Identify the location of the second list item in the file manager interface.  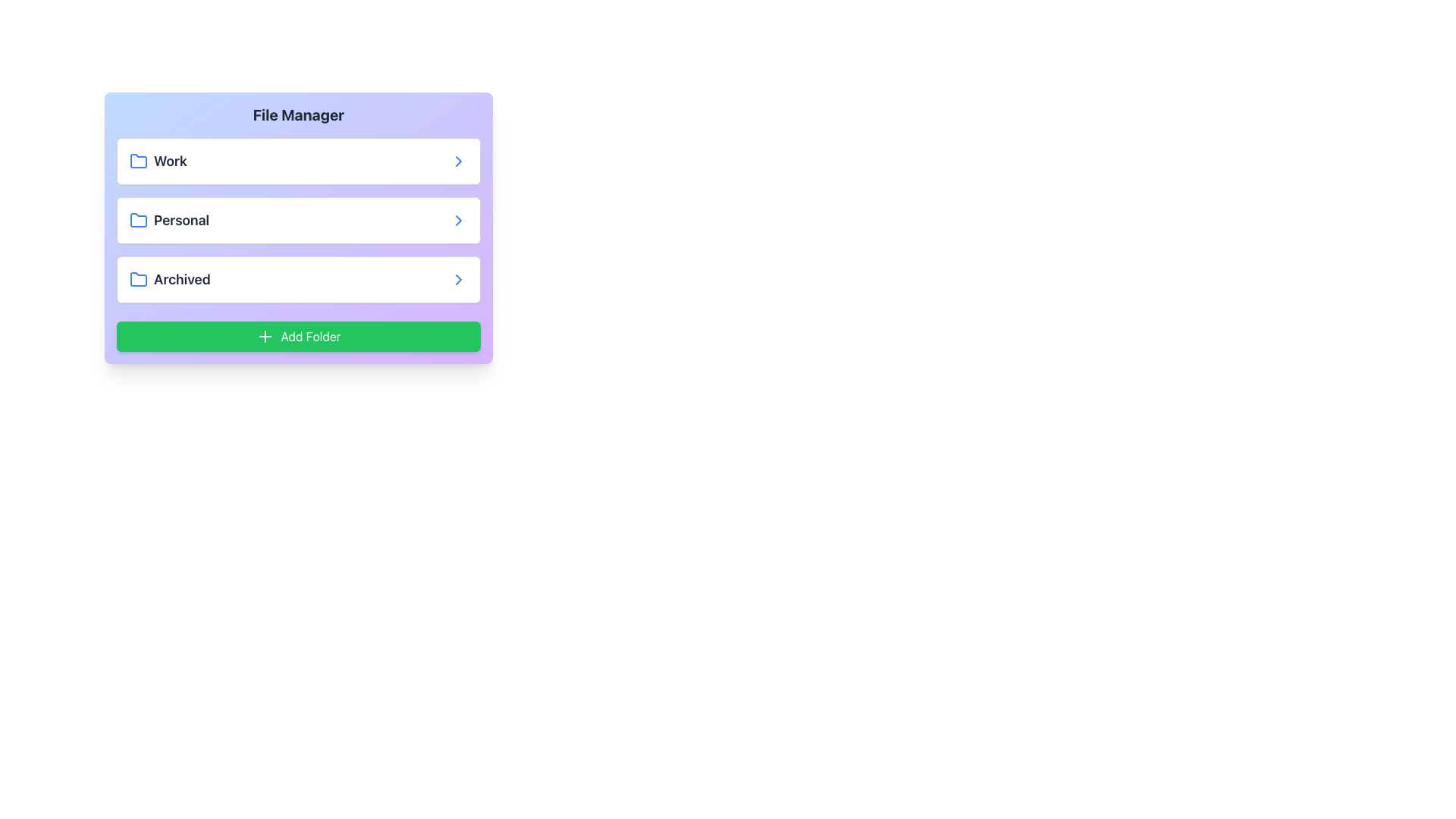
(298, 220).